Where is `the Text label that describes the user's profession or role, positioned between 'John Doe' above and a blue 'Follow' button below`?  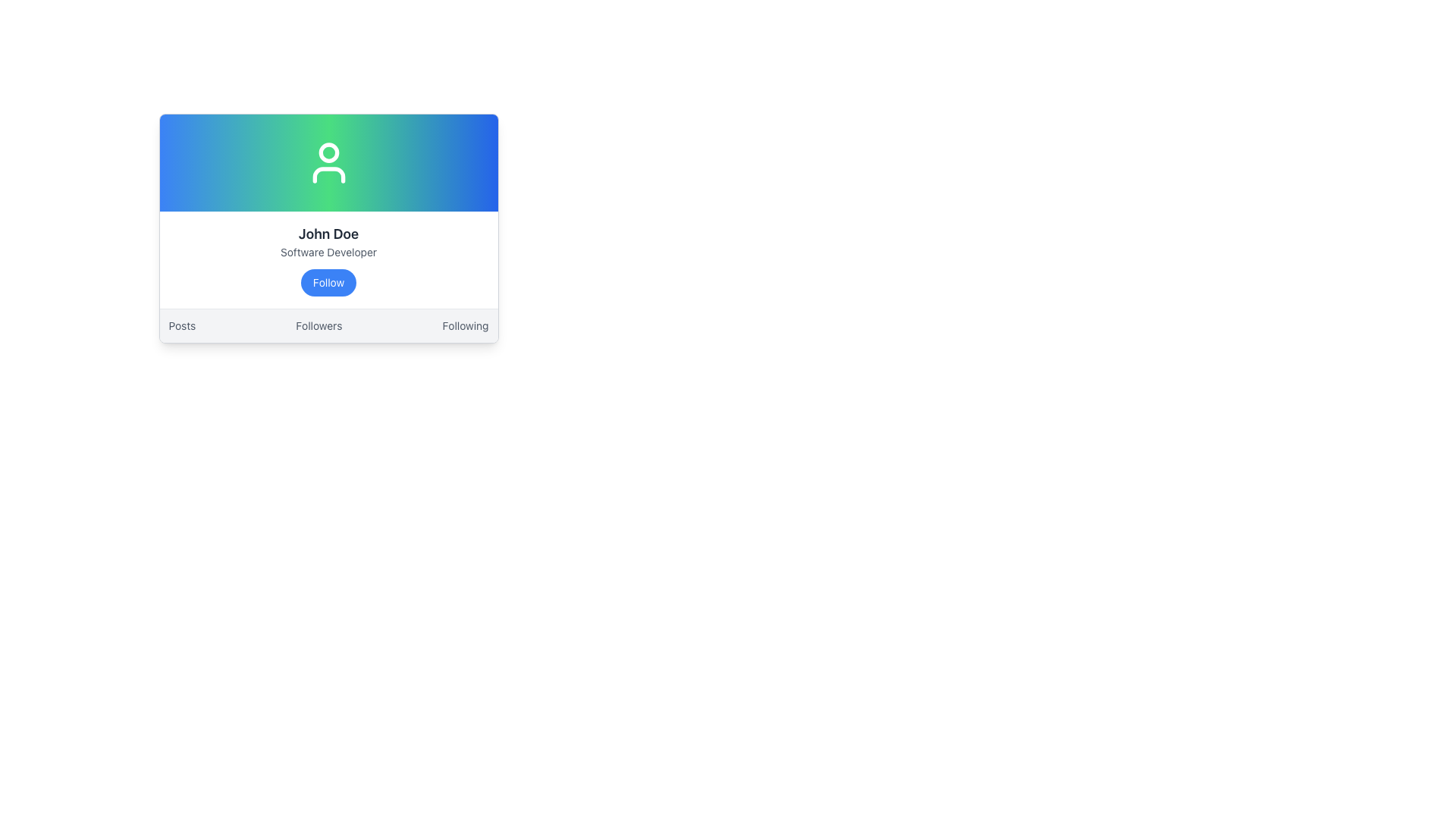
the Text label that describes the user's profession or role, positioned between 'John Doe' above and a blue 'Follow' button below is located at coordinates (328, 251).